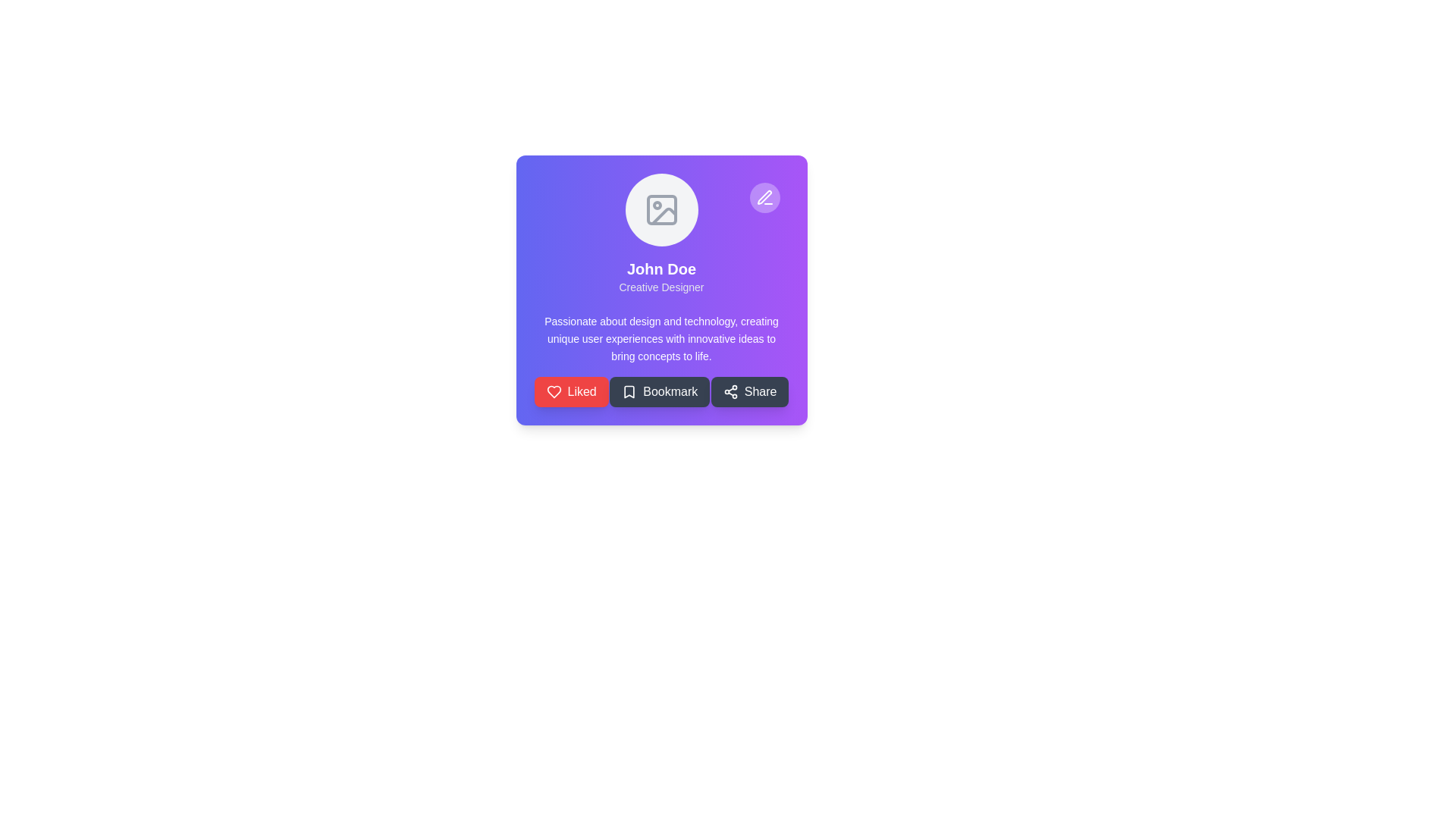  I want to click on the first button that signifies a 'like' action, so click(570, 391).